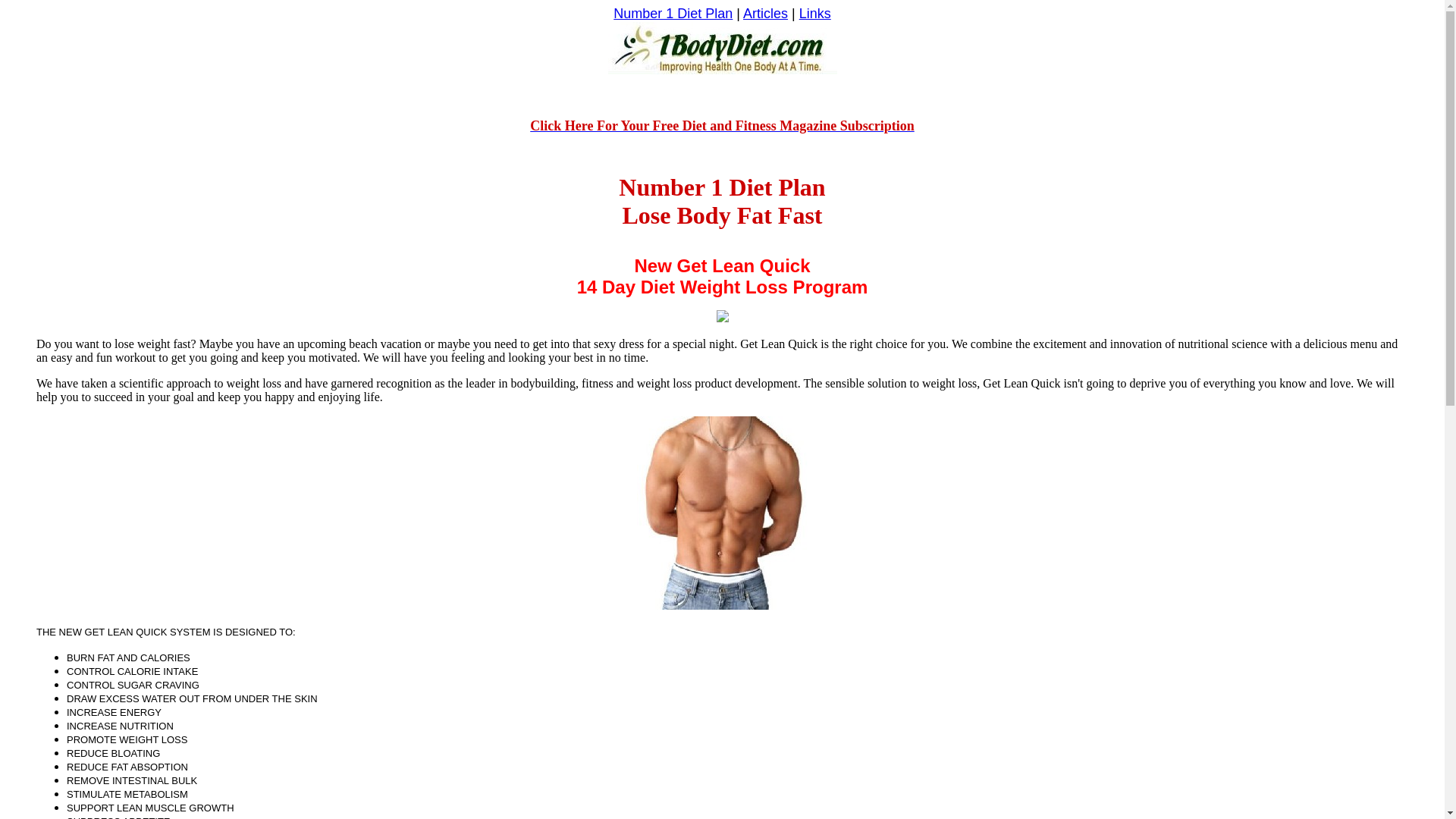 The width and height of the screenshot is (1456, 819). I want to click on 'Number 1 Diet Plan', so click(672, 14).